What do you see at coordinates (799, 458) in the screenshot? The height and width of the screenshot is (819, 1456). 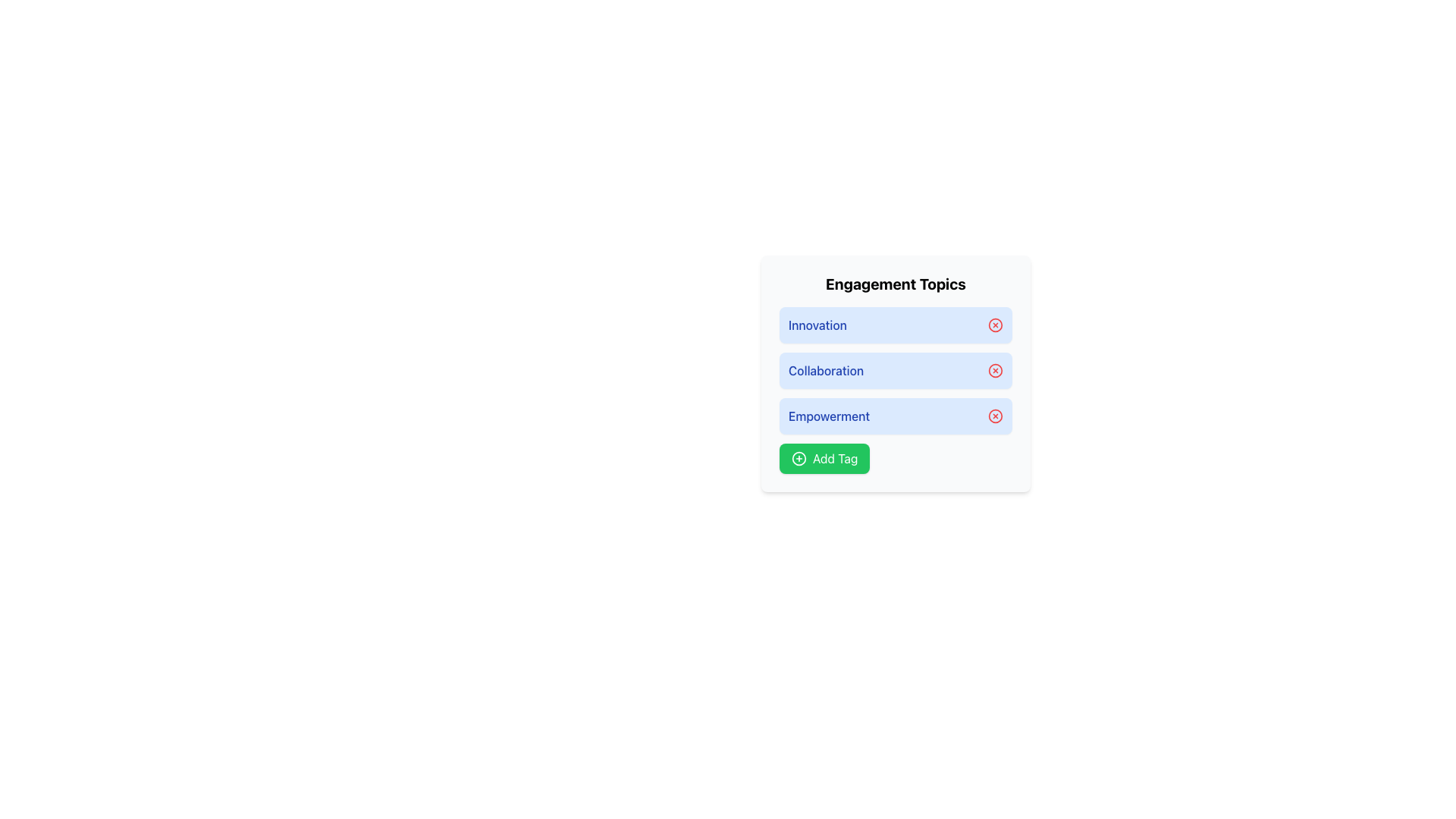 I see `the Circle Plus icon located on the green 'Add Tag' button` at bounding box center [799, 458].